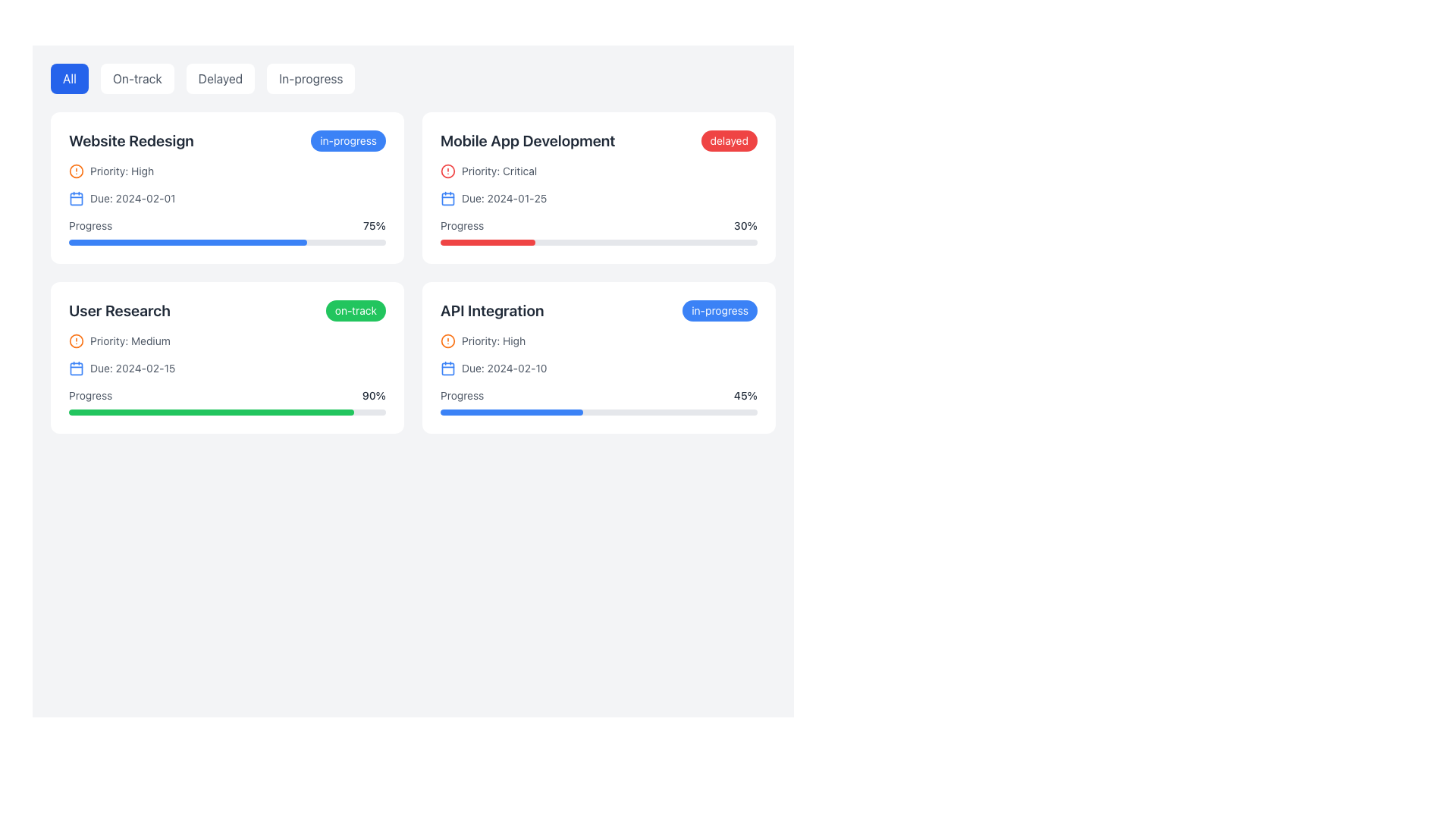  What do you see at coordinates (226, 205) in the screenshot?
I see `detailed information about task's priority, due date, and progress in the second section of the 'Website Redesign' card` at bounding box center [226, 205].